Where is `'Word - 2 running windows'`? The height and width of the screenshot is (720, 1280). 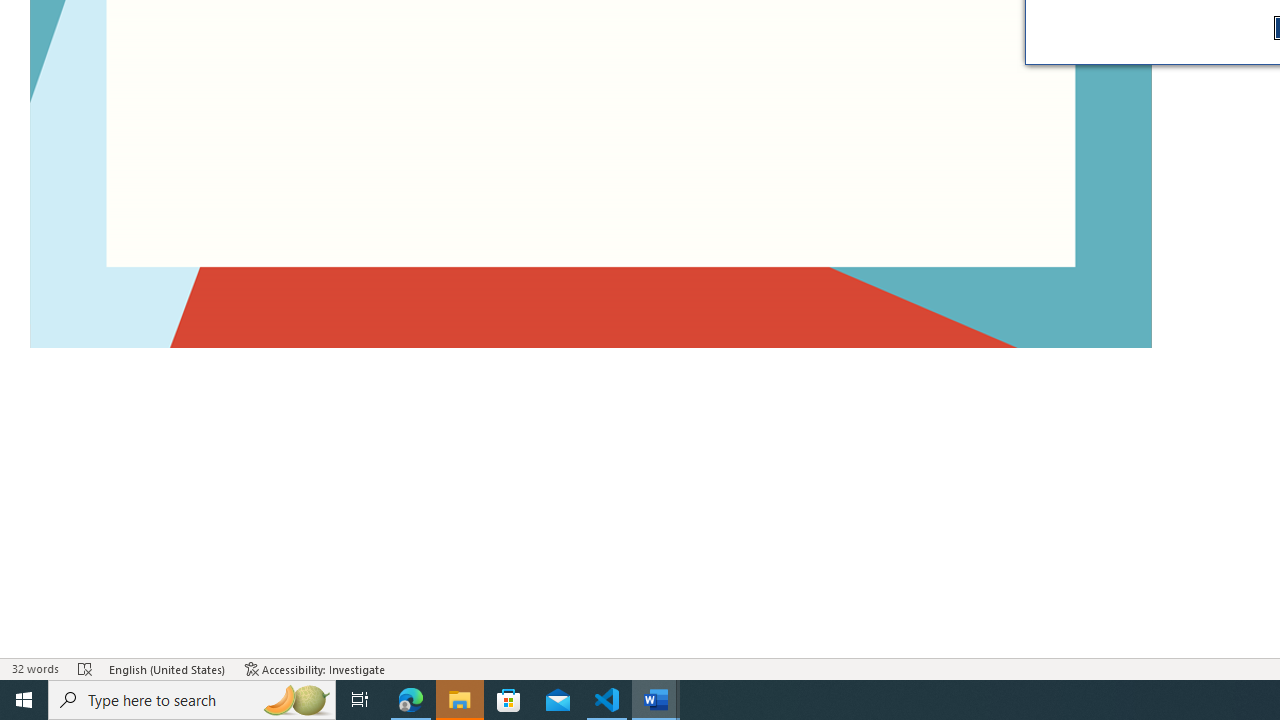 'Word - 2 running windows' is located at coordinates (656, 698).